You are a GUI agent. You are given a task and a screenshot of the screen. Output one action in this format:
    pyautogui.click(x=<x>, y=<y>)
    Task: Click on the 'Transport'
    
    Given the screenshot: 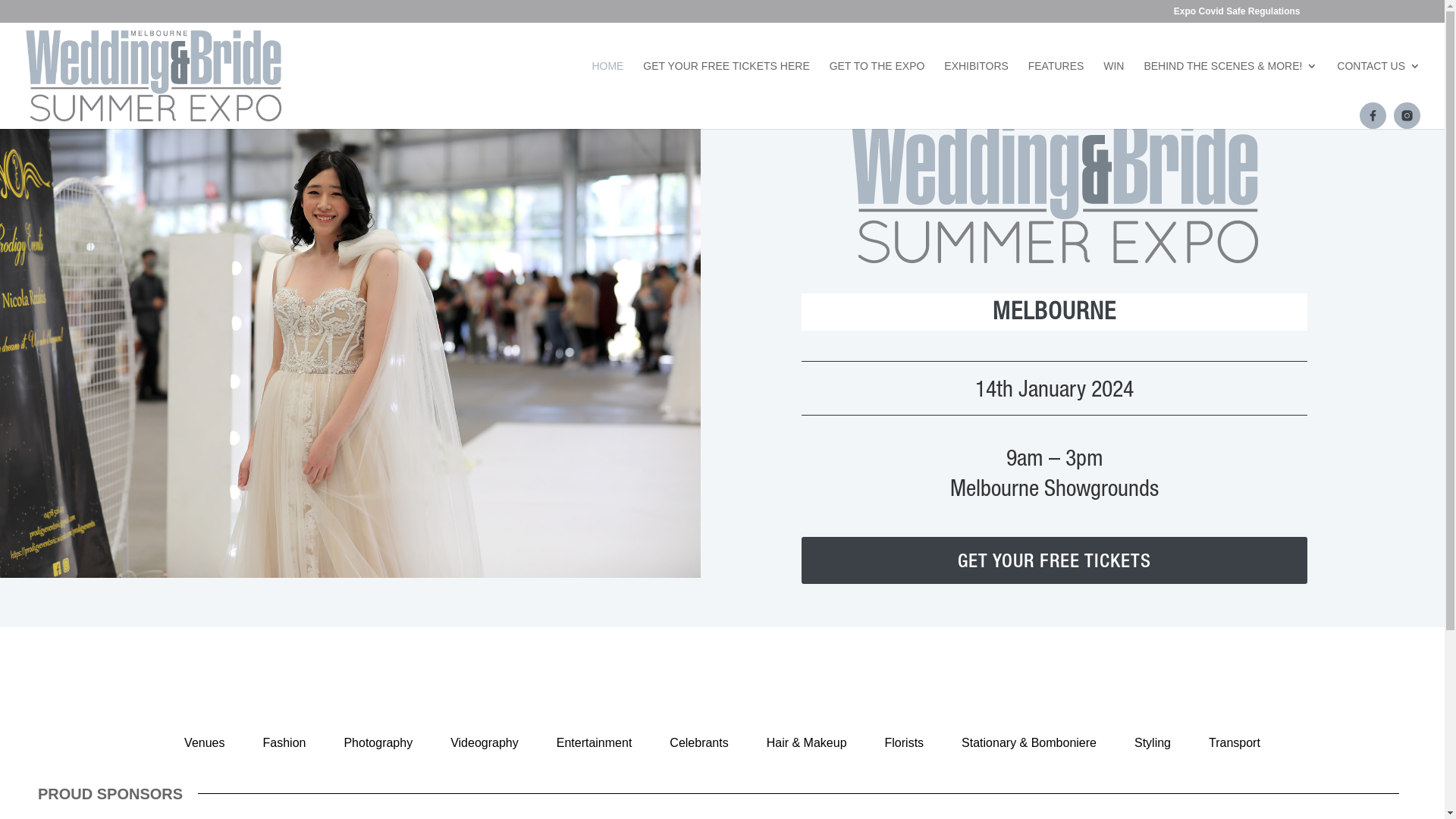 What is the action you would take?
    pyautogui.click(x=1234, y=742)
    